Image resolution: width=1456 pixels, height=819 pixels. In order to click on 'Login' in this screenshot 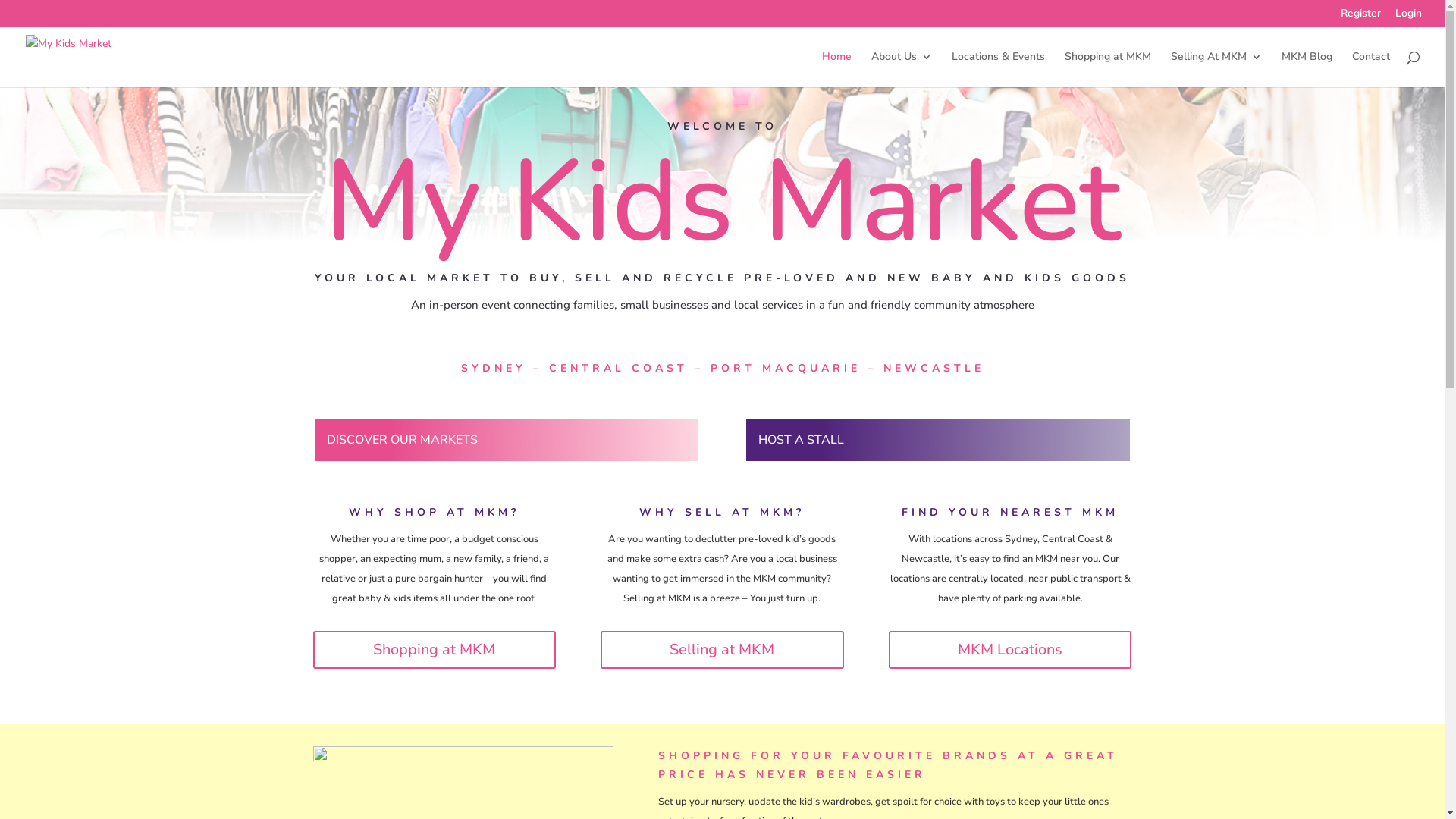, I will do `click(1407, 17)`.